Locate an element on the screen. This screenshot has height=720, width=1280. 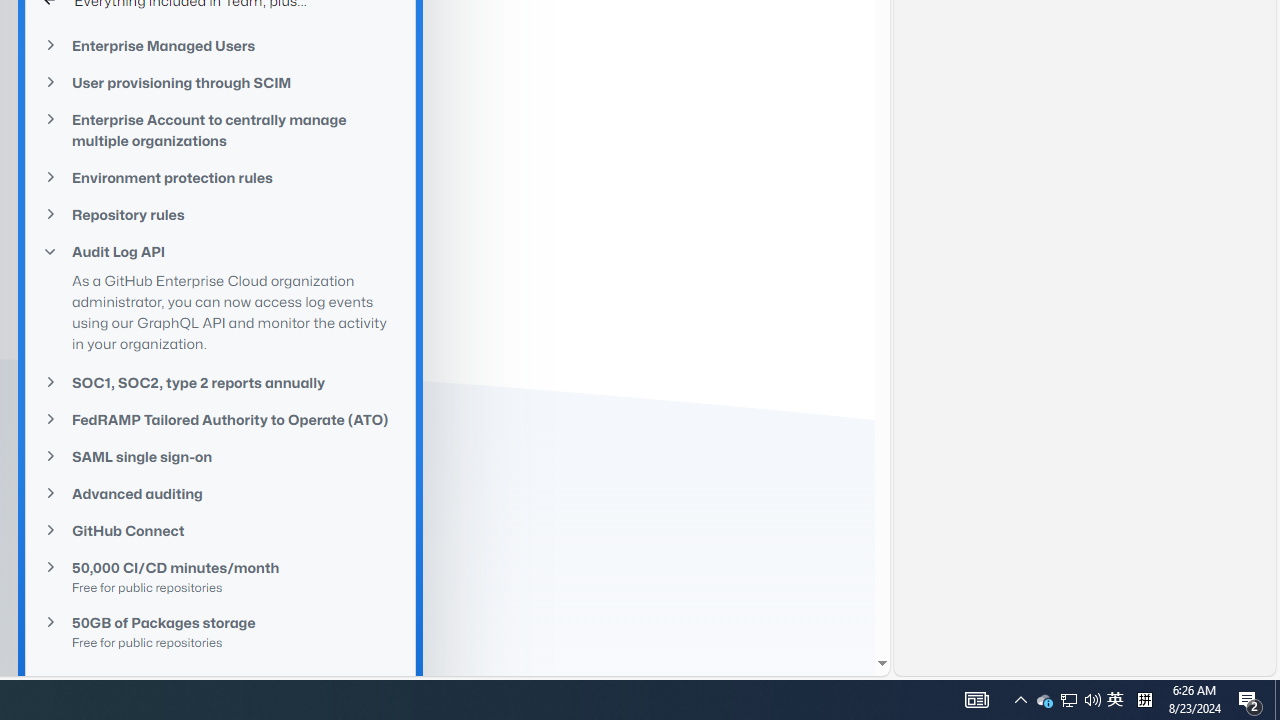
'50,000 CI/CD minutes/month Free for public repositories' is located at coordinates (220, 576).